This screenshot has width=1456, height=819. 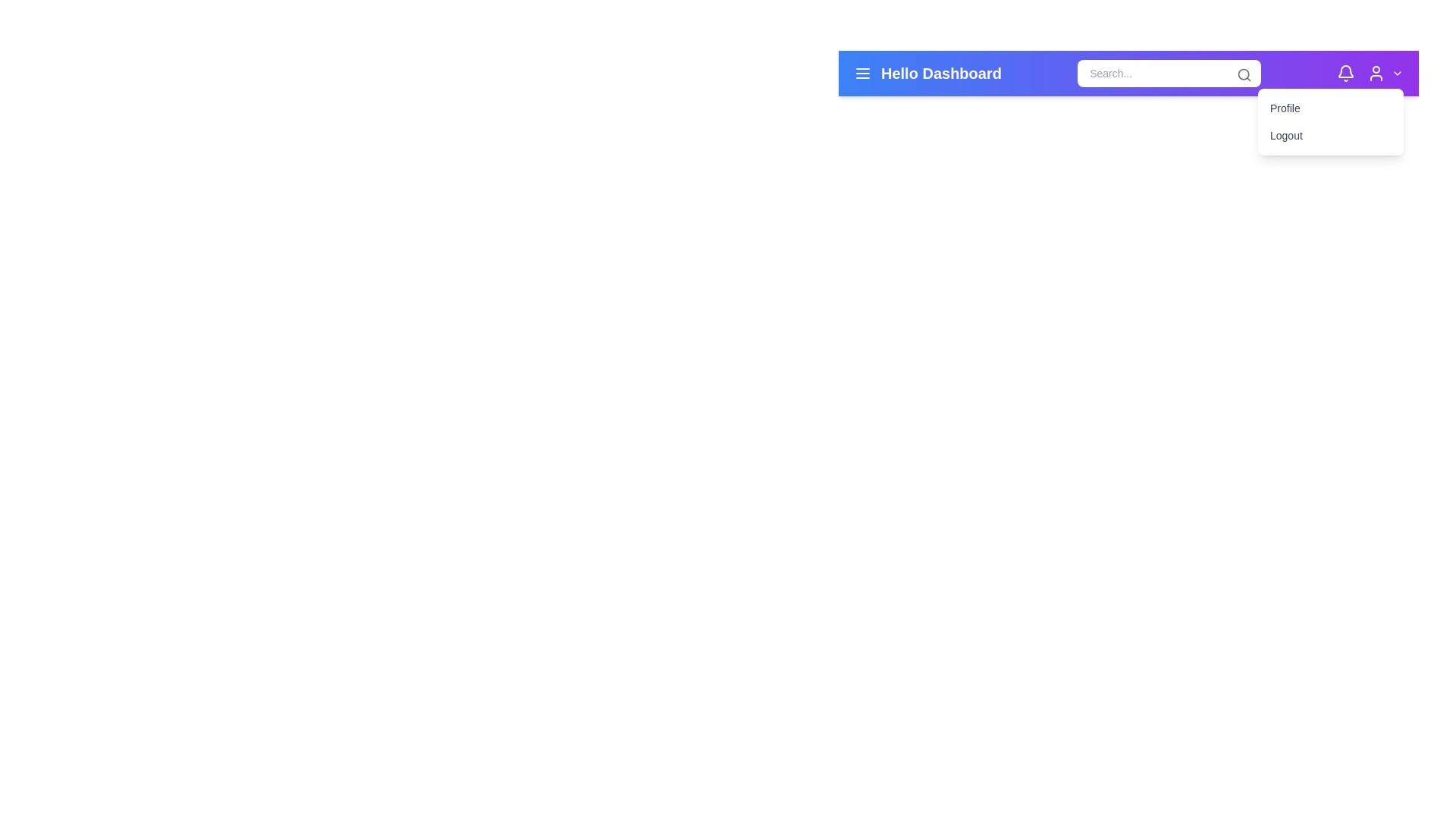 What do you see at coordinates (940, 73) in the screenshot?
I see `the bold white text label reading 'Hello Dashboard' located in the header, positioned between the hamburger menu and the search bar` at bounding box center [940, 73].